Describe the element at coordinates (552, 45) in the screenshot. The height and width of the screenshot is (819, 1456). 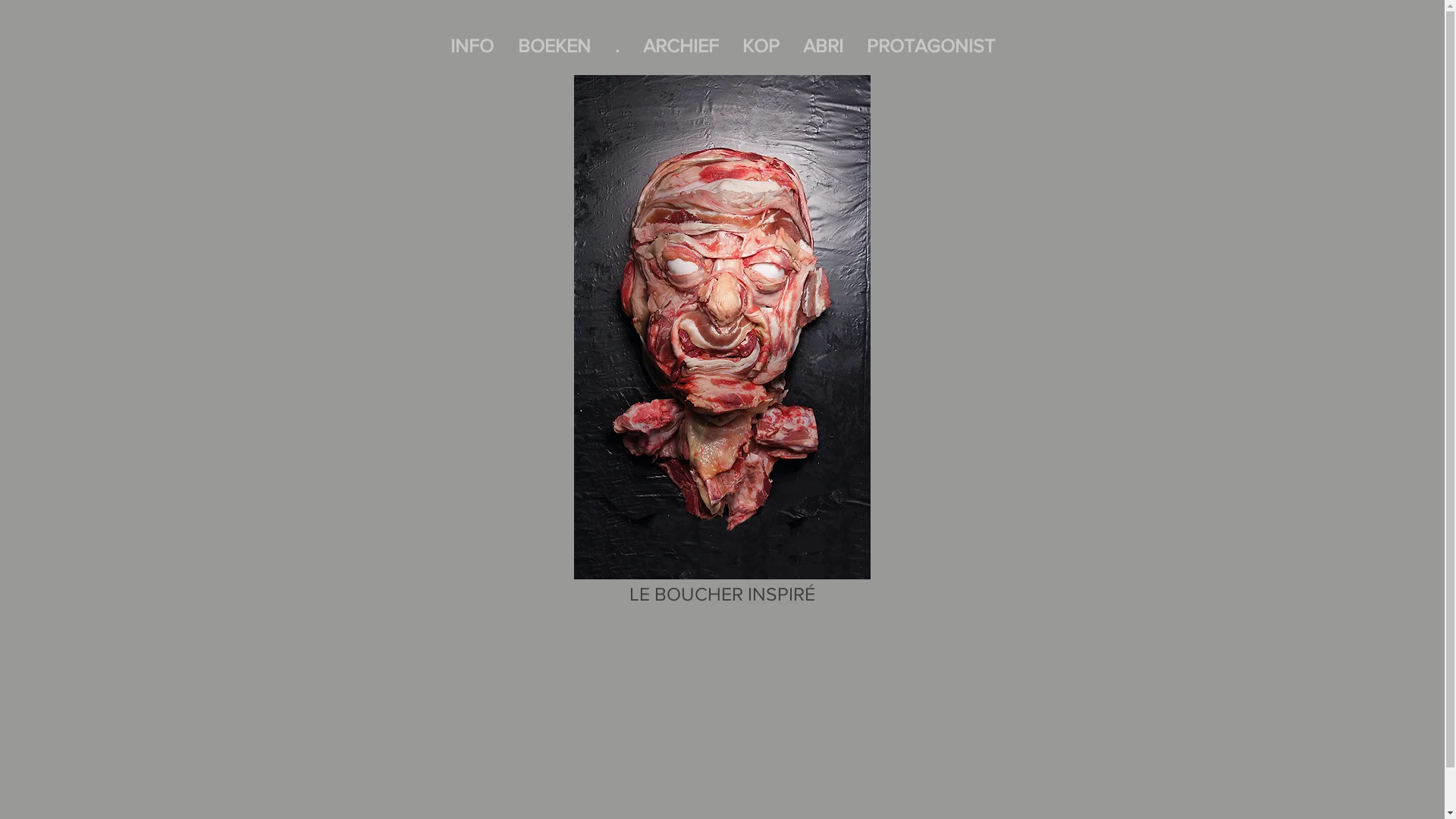
I see `'BOEKEN'` at that location.